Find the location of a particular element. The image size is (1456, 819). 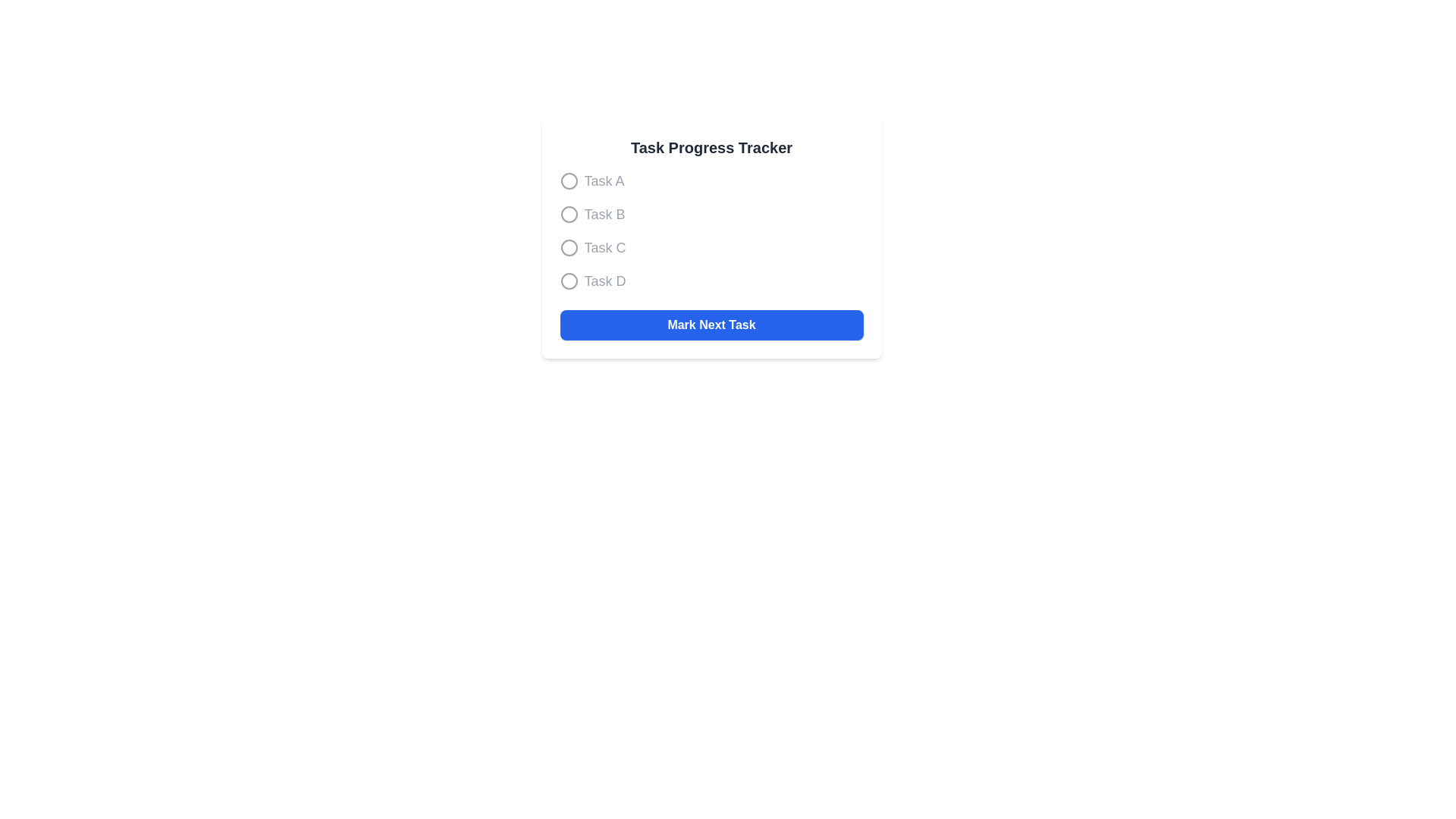

the circular radio button outlined in gray is located at coordinates (568, 214).